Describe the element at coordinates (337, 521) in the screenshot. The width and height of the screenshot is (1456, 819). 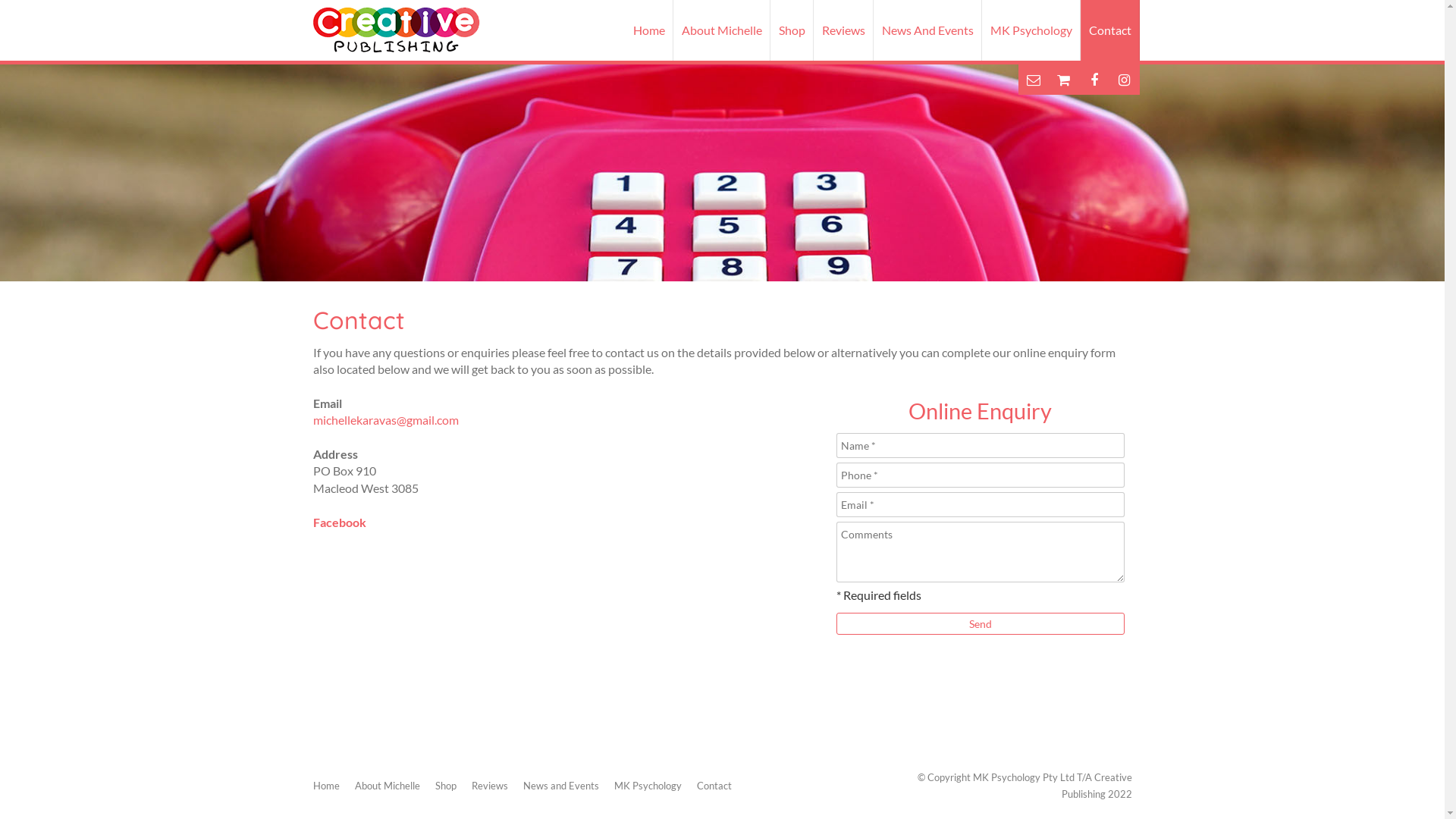
I see `'Facebook'` at that location.